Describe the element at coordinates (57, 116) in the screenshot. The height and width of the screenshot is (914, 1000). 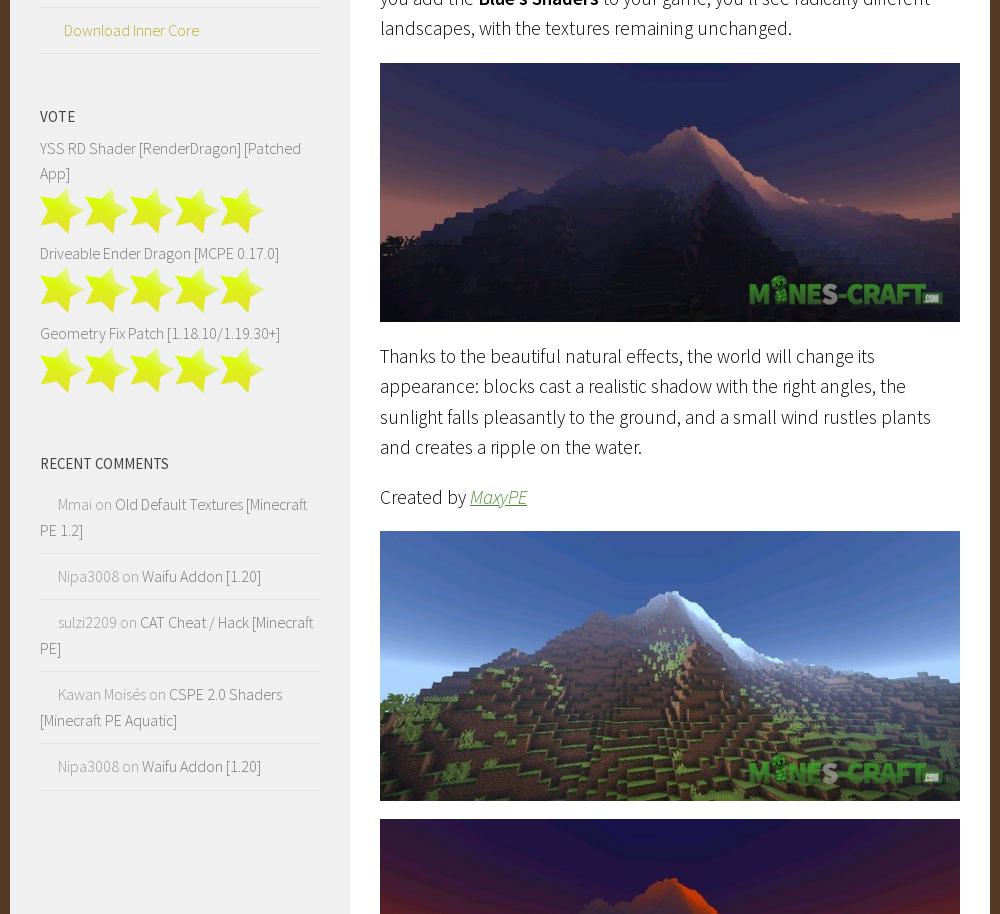
I see `'Vote'` at that location.